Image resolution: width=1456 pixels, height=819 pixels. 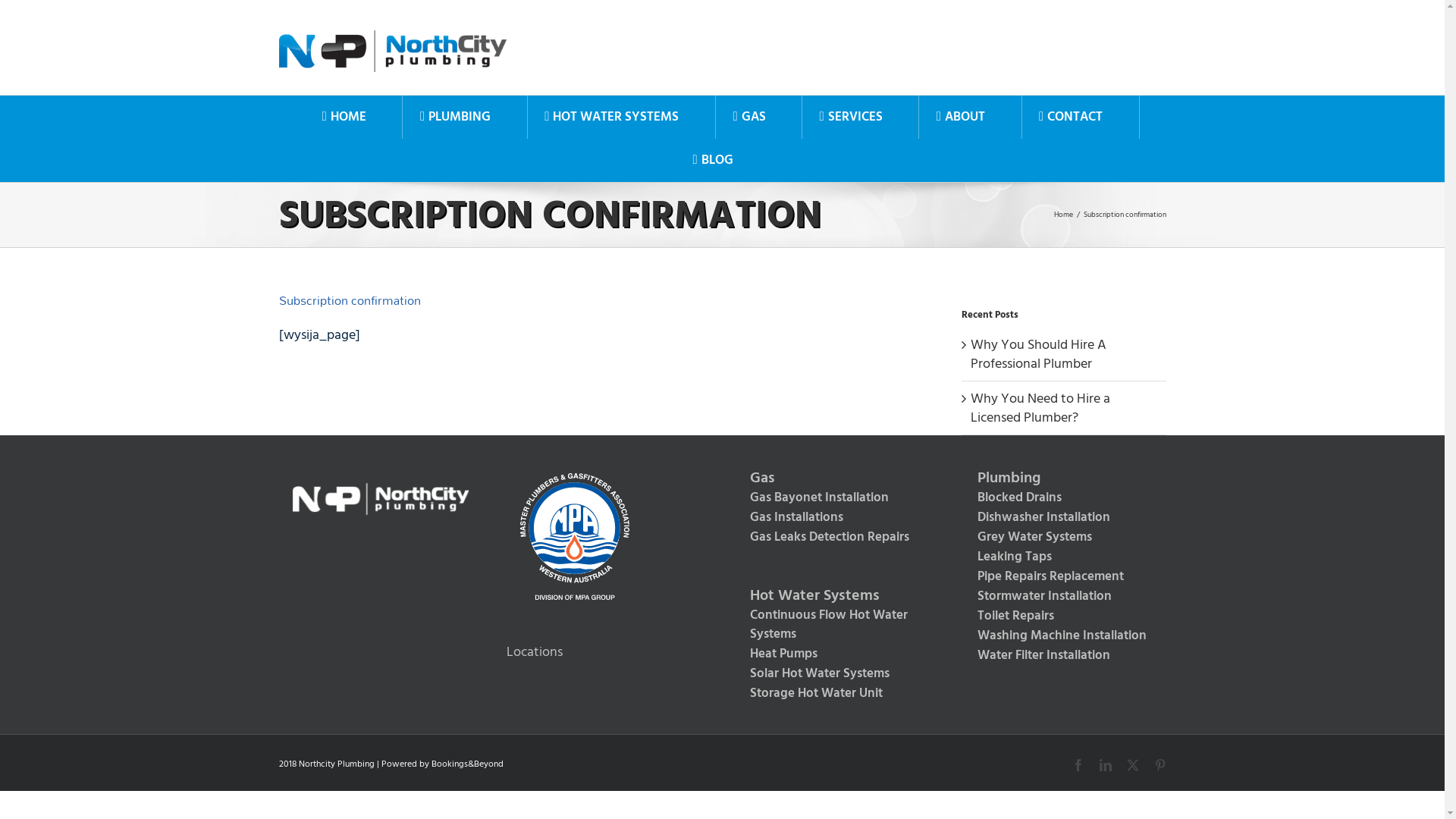 What do you see at coordinates (749, 116) in the screenshot?
I see `'GAS'` at bounding box center [749, 116].